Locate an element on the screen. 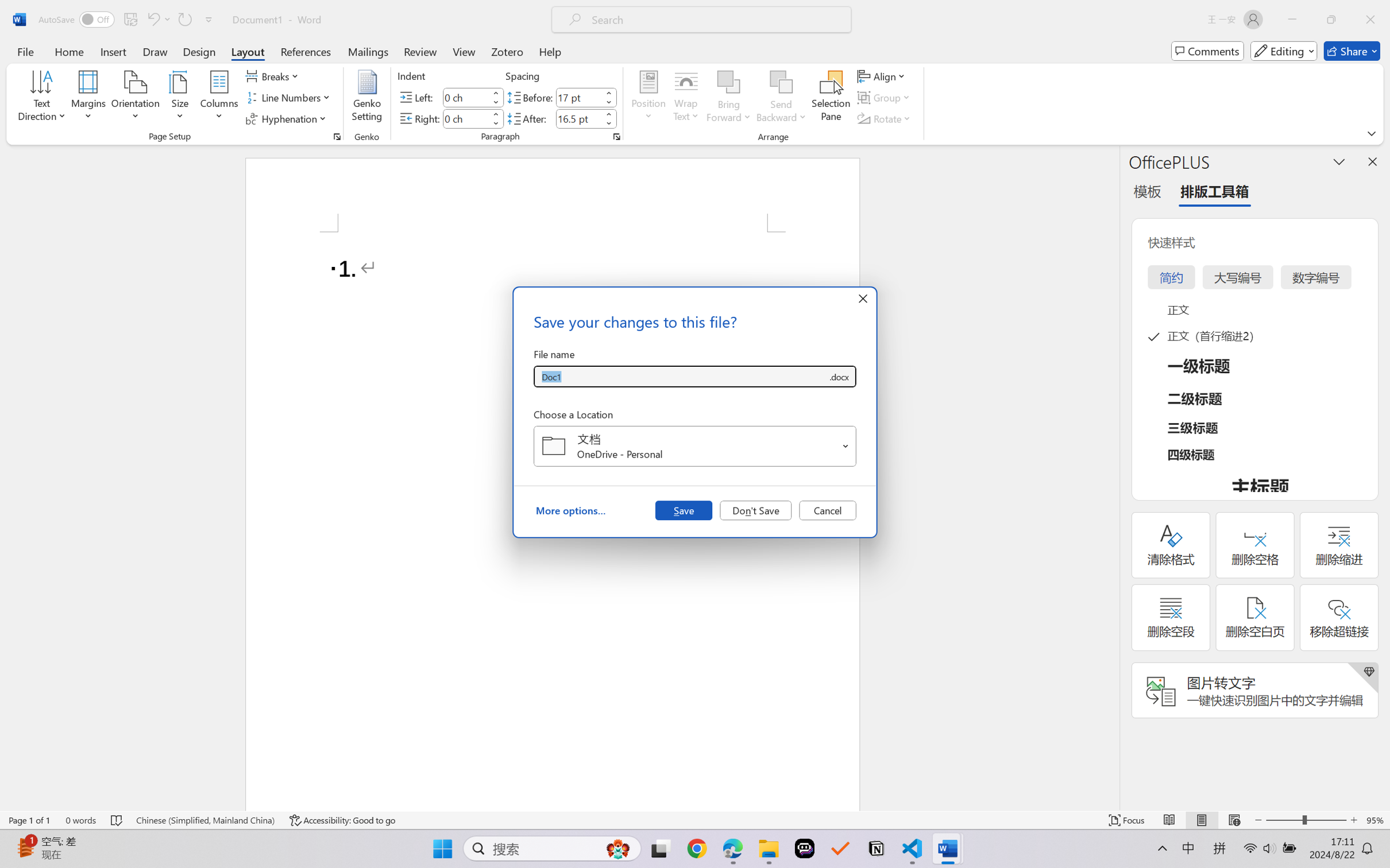 The width and height of the screenshot is (1390, 868). 'Save as type' is located at coordinates (838, 377).